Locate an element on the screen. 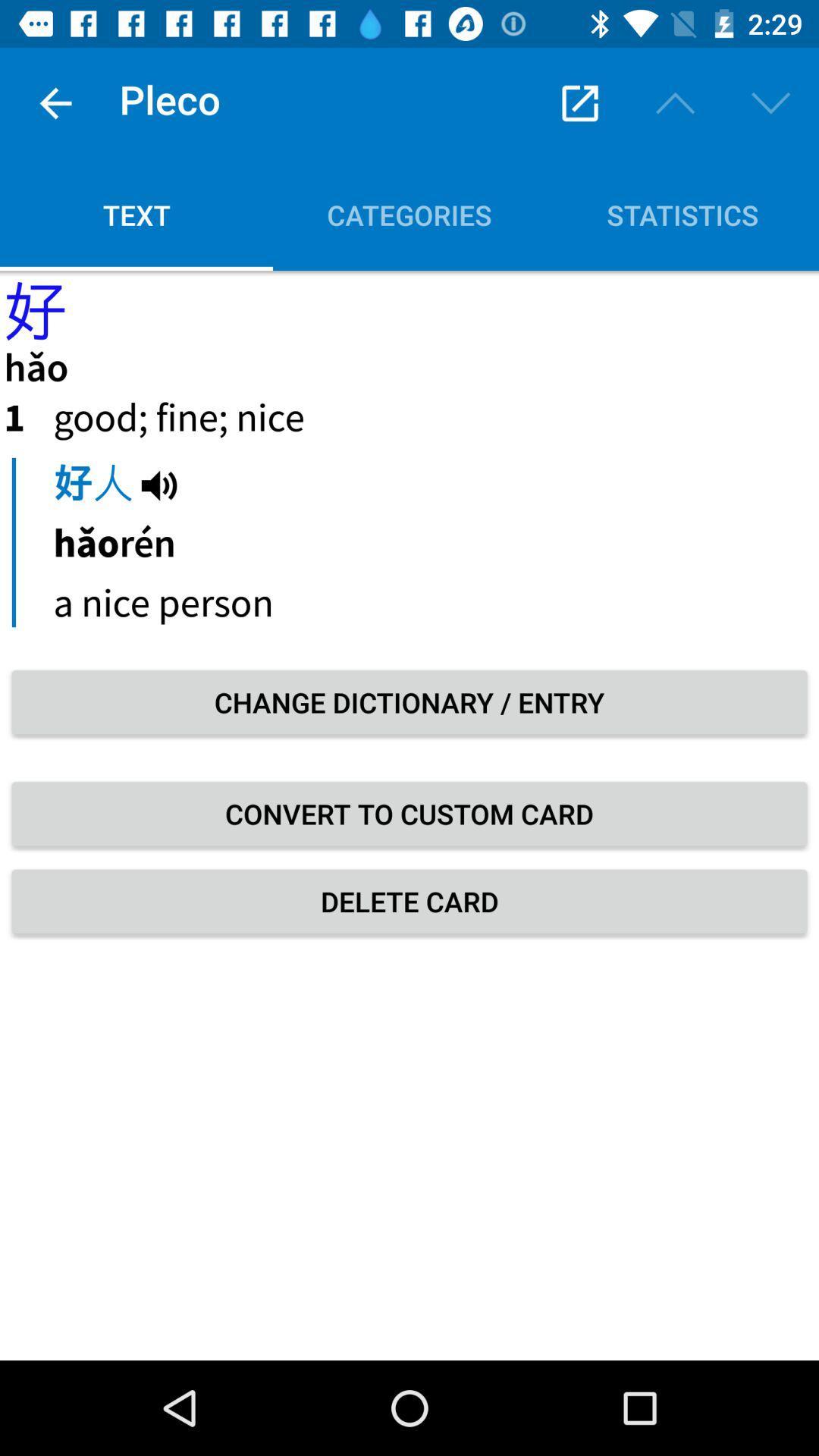  the change dictionary / entry is located at coordinates (409, 701).